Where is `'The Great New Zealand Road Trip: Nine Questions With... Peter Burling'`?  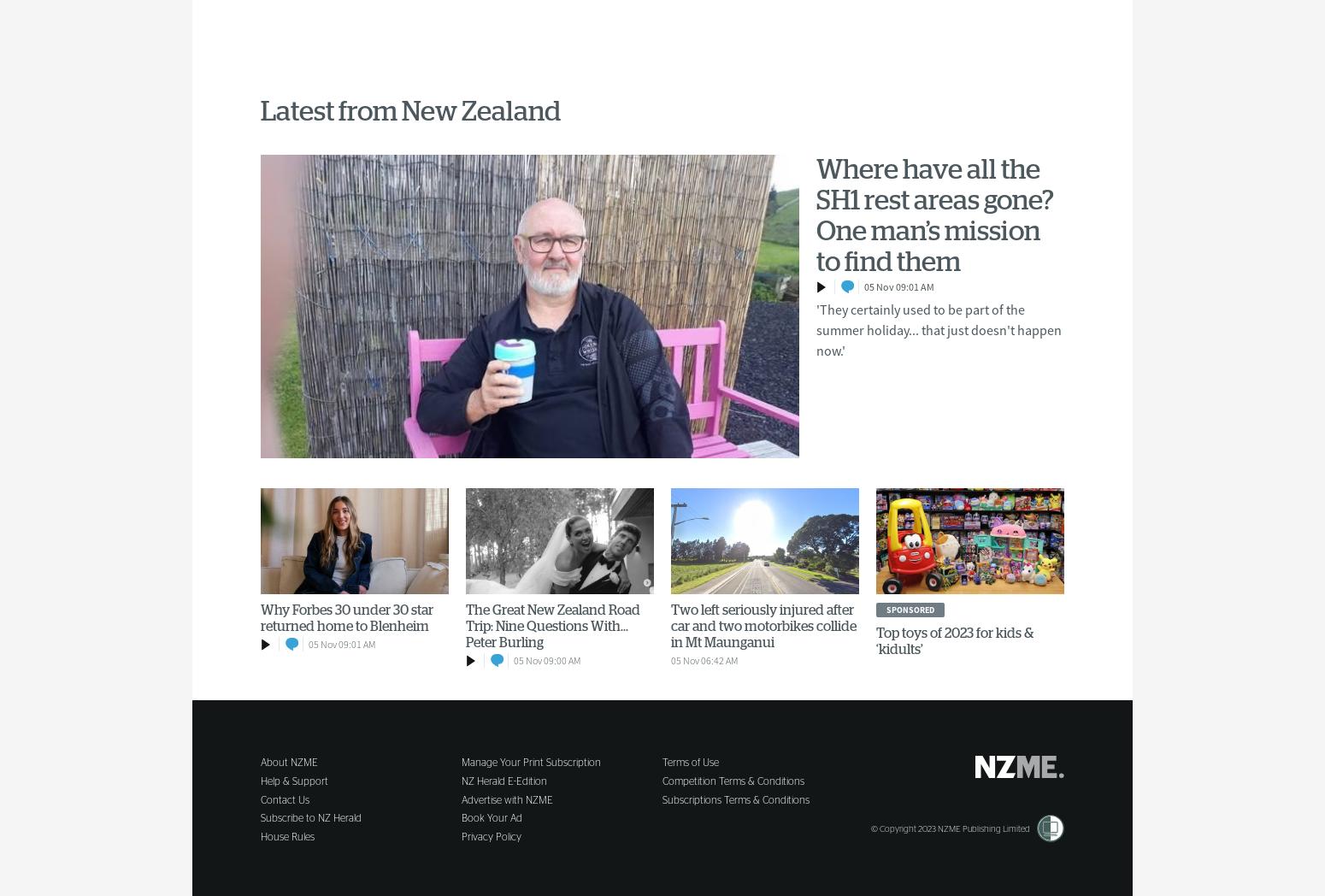 'The Great New Zealand Road Trip: Nine Questions With... Peter Burling' is located at coordinates (465, 625).